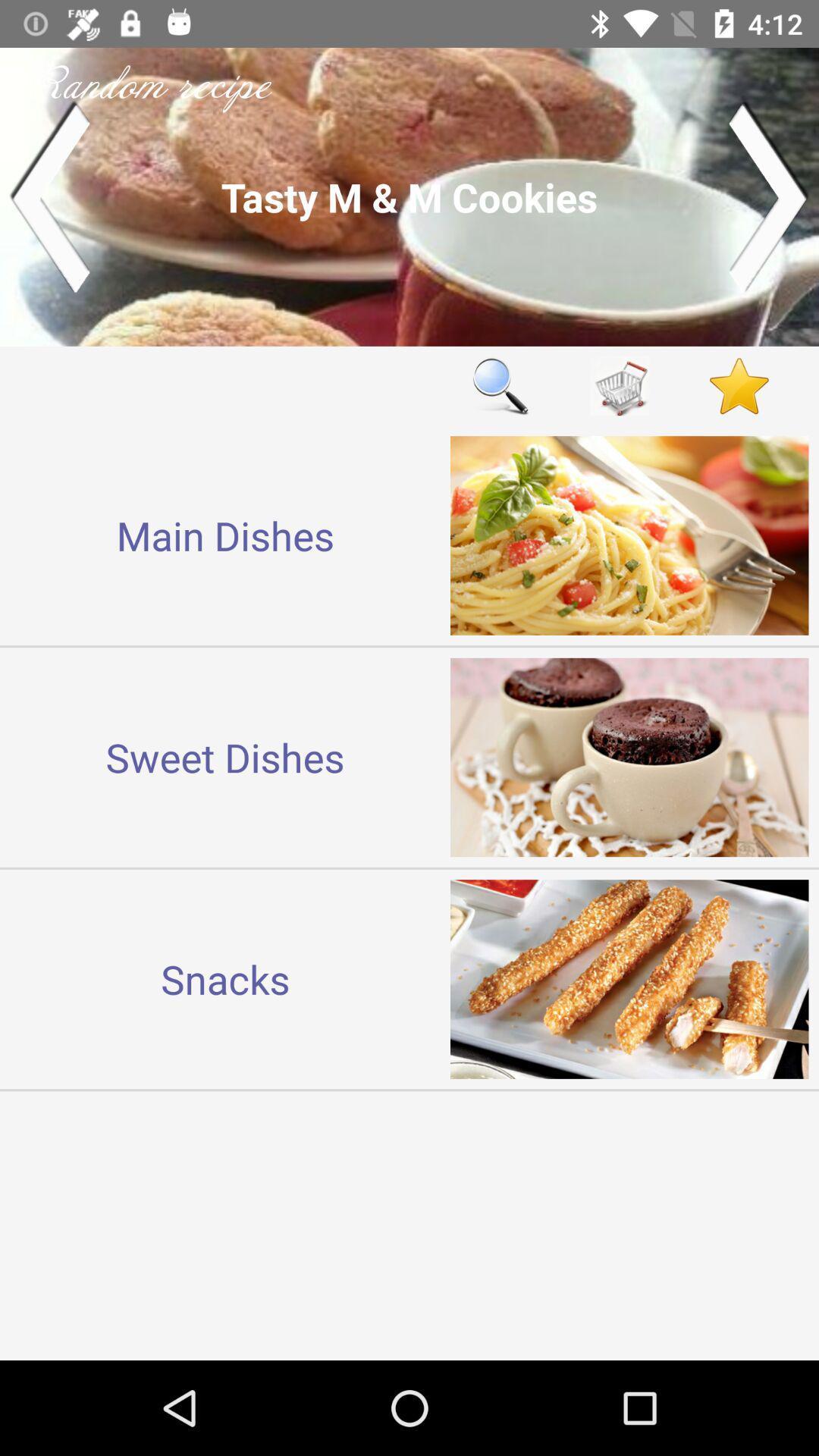 This screenshot has width=819, height=1456. I want to click on adicionar a seus favoritos, so click(739, 386).